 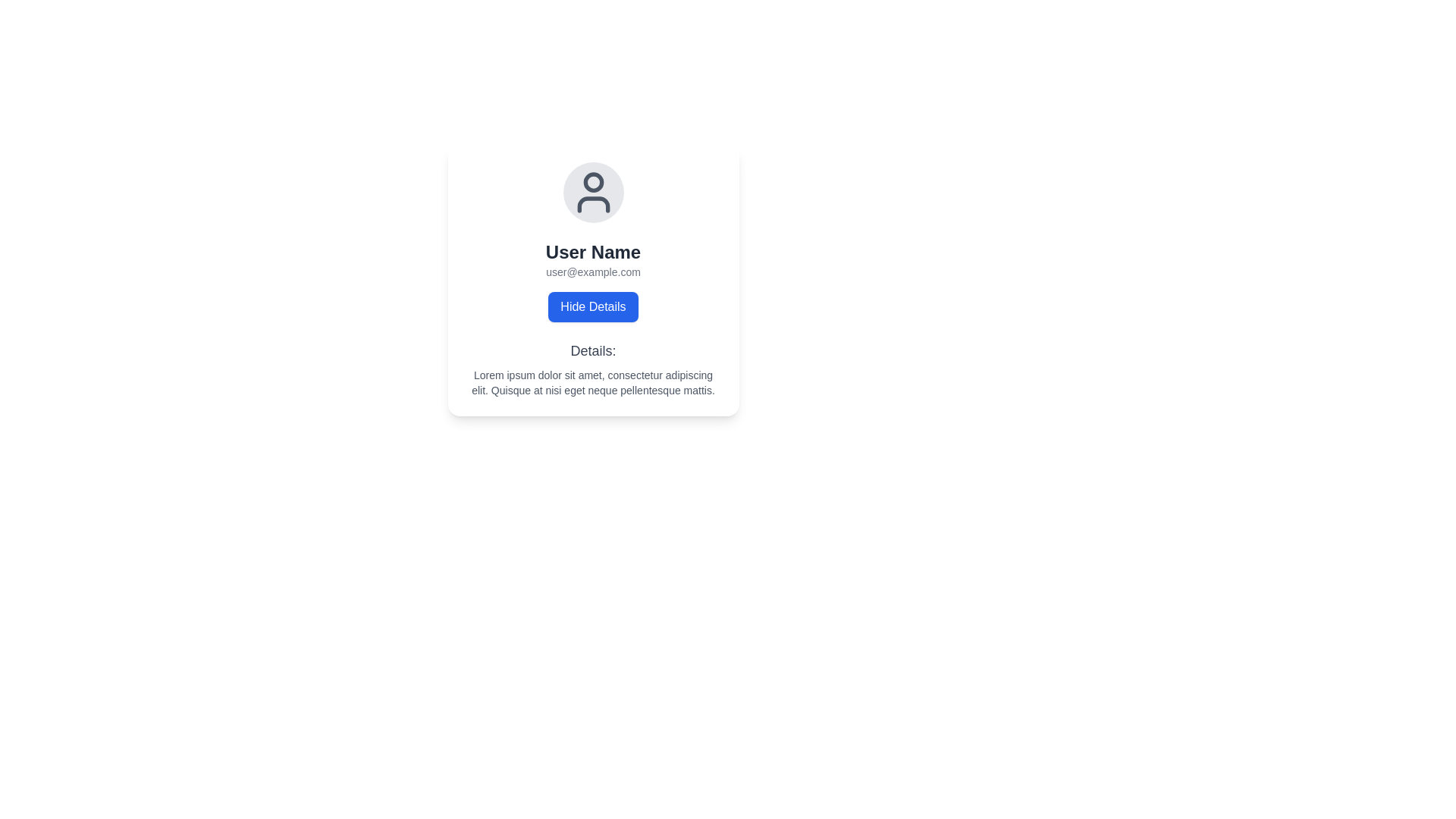 I want to click on the rectangular button with a blue background and white bold text reading 'Hide Details', located centrally below the 'user@example.com' text field, so click(x=592, y=307).